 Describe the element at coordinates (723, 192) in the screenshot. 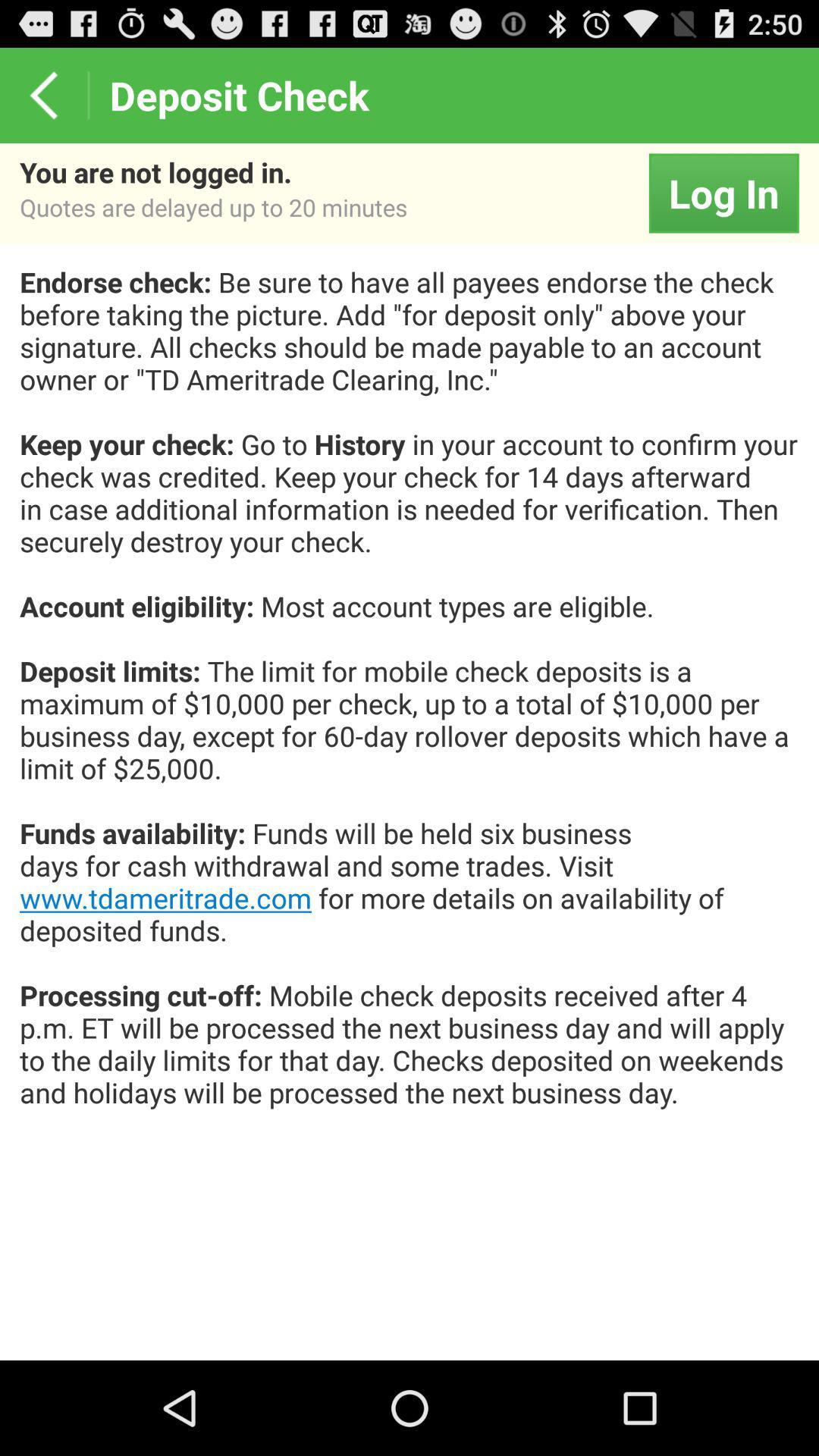

I see `the item above the endorse check be app` at that location.